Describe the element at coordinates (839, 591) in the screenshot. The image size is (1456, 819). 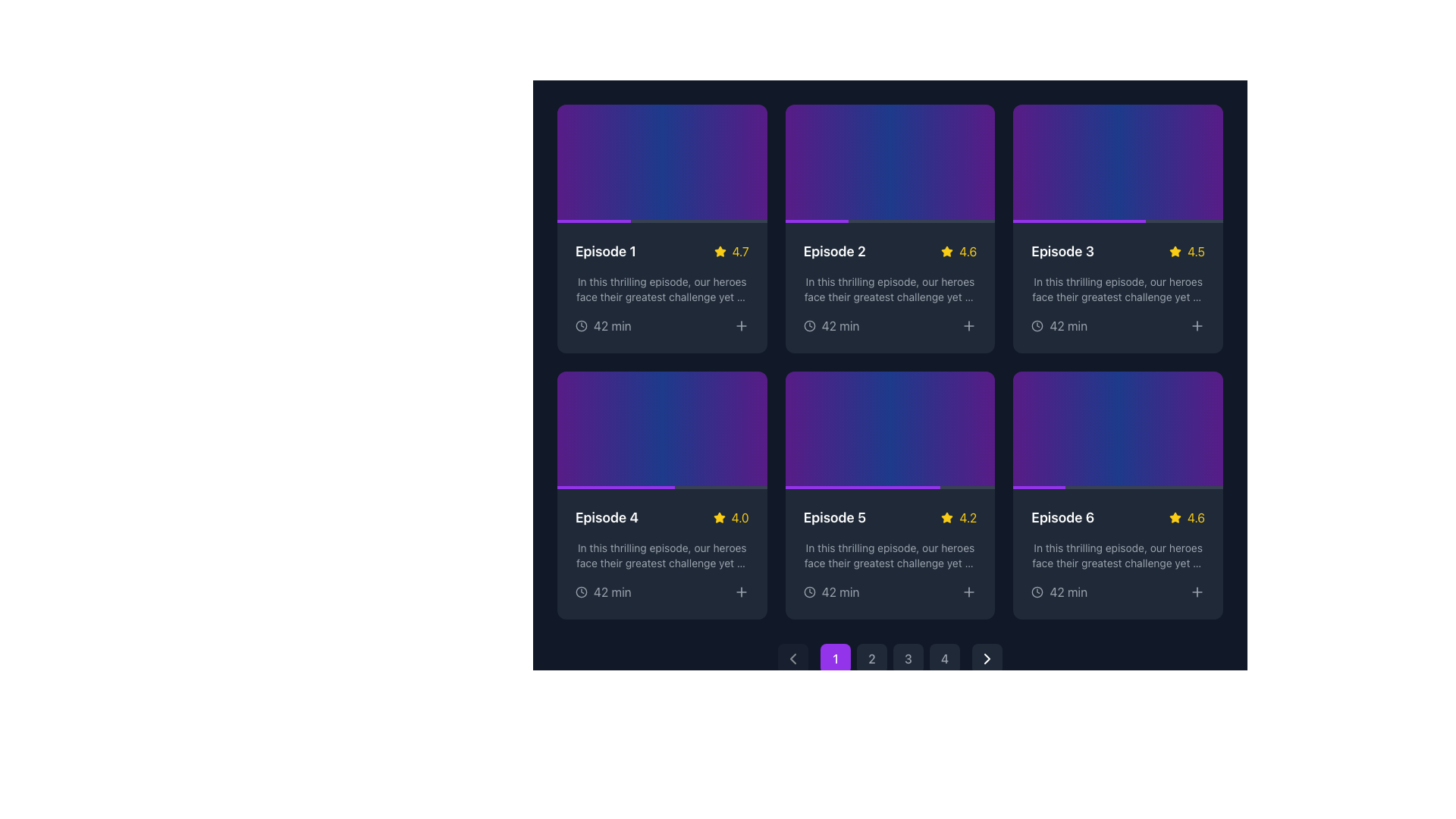
I see `the label displaying '42 min' that indicates the duration of the episode in the bottom-left corner of the 'Episode 5' card` at that location.